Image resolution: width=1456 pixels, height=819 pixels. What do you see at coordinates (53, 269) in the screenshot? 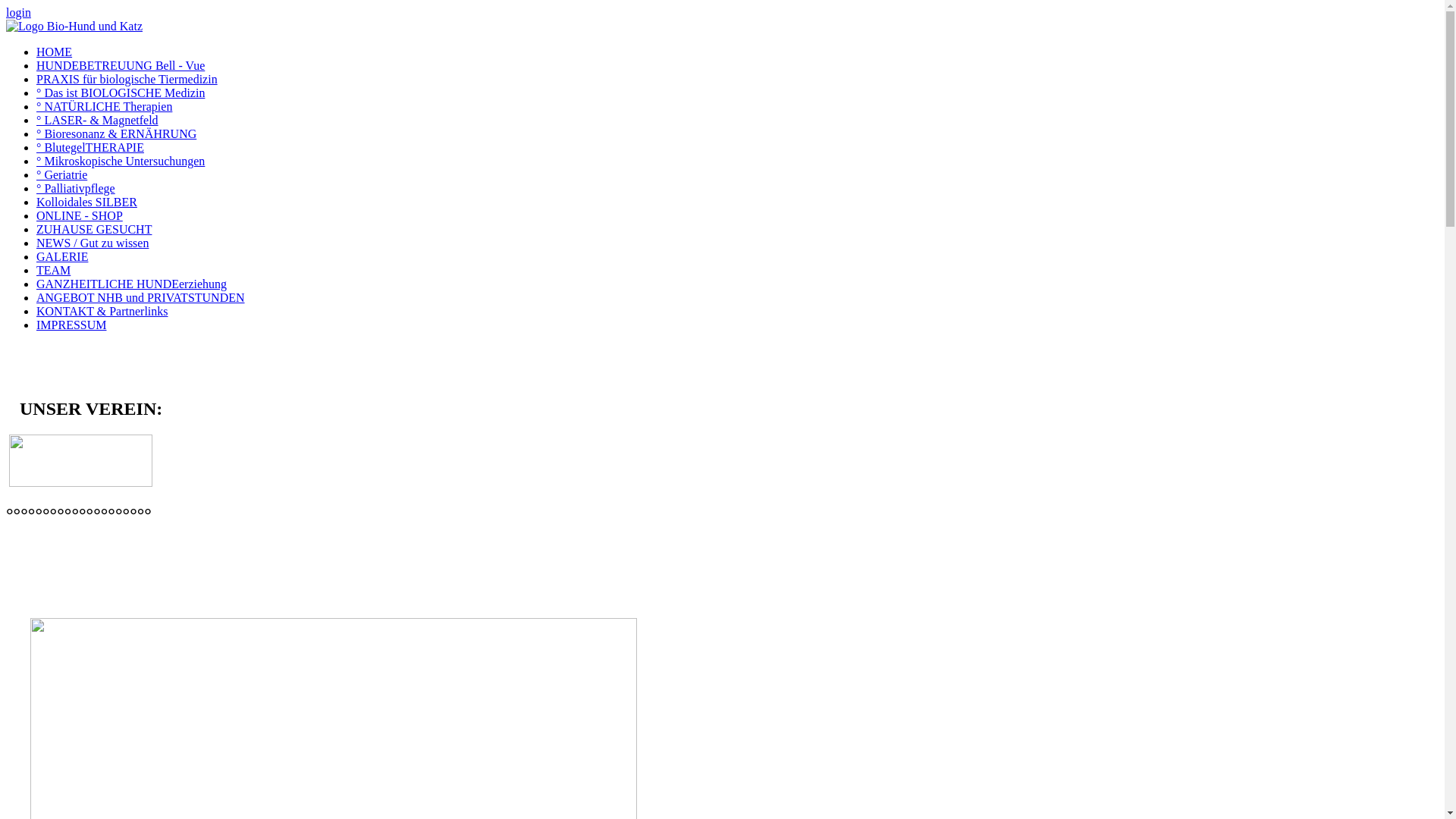
I see `'TEAM'` at bounding box center [53, 269].